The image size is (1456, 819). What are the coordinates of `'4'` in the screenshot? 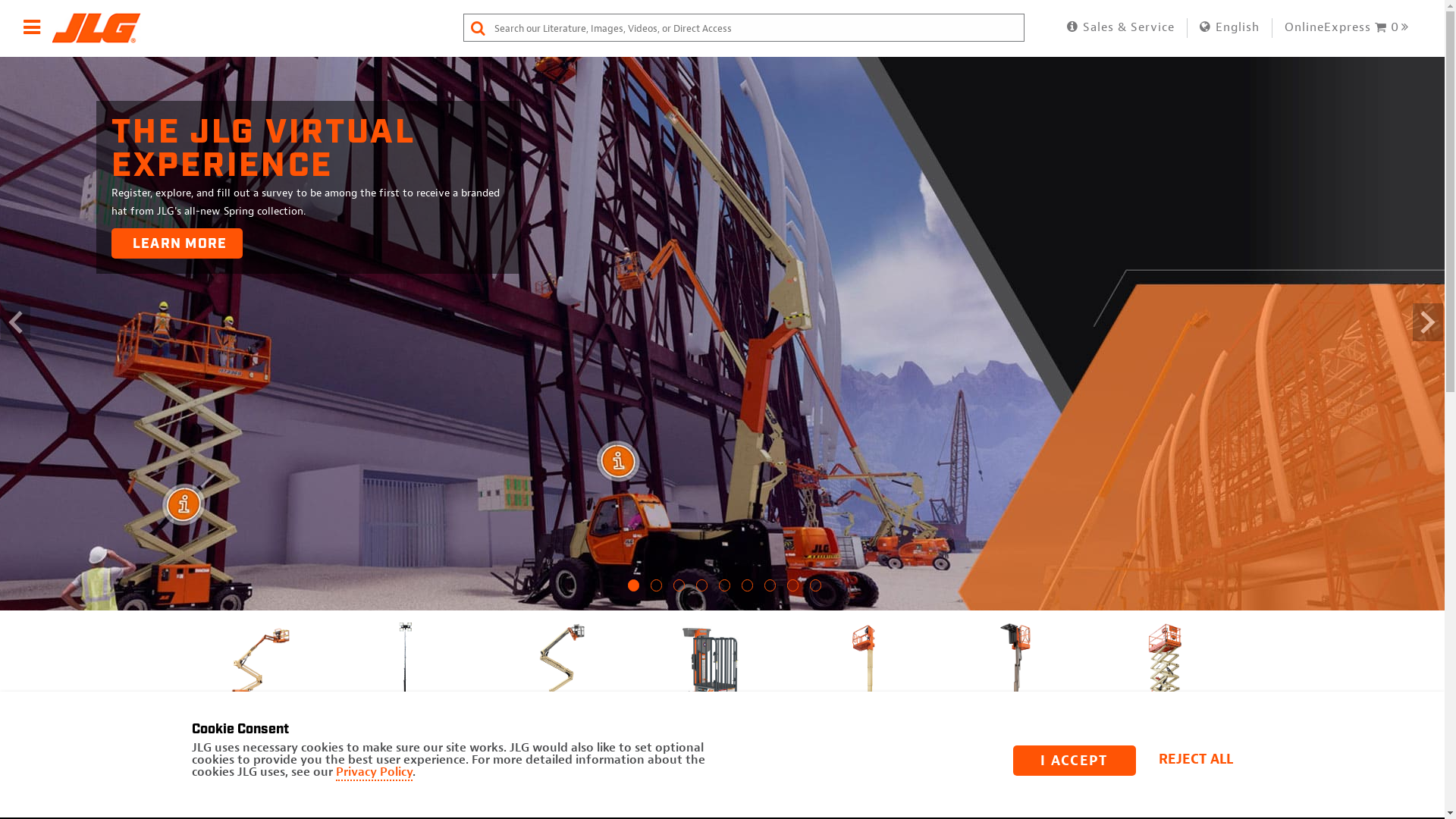 It's located at (701, 590).